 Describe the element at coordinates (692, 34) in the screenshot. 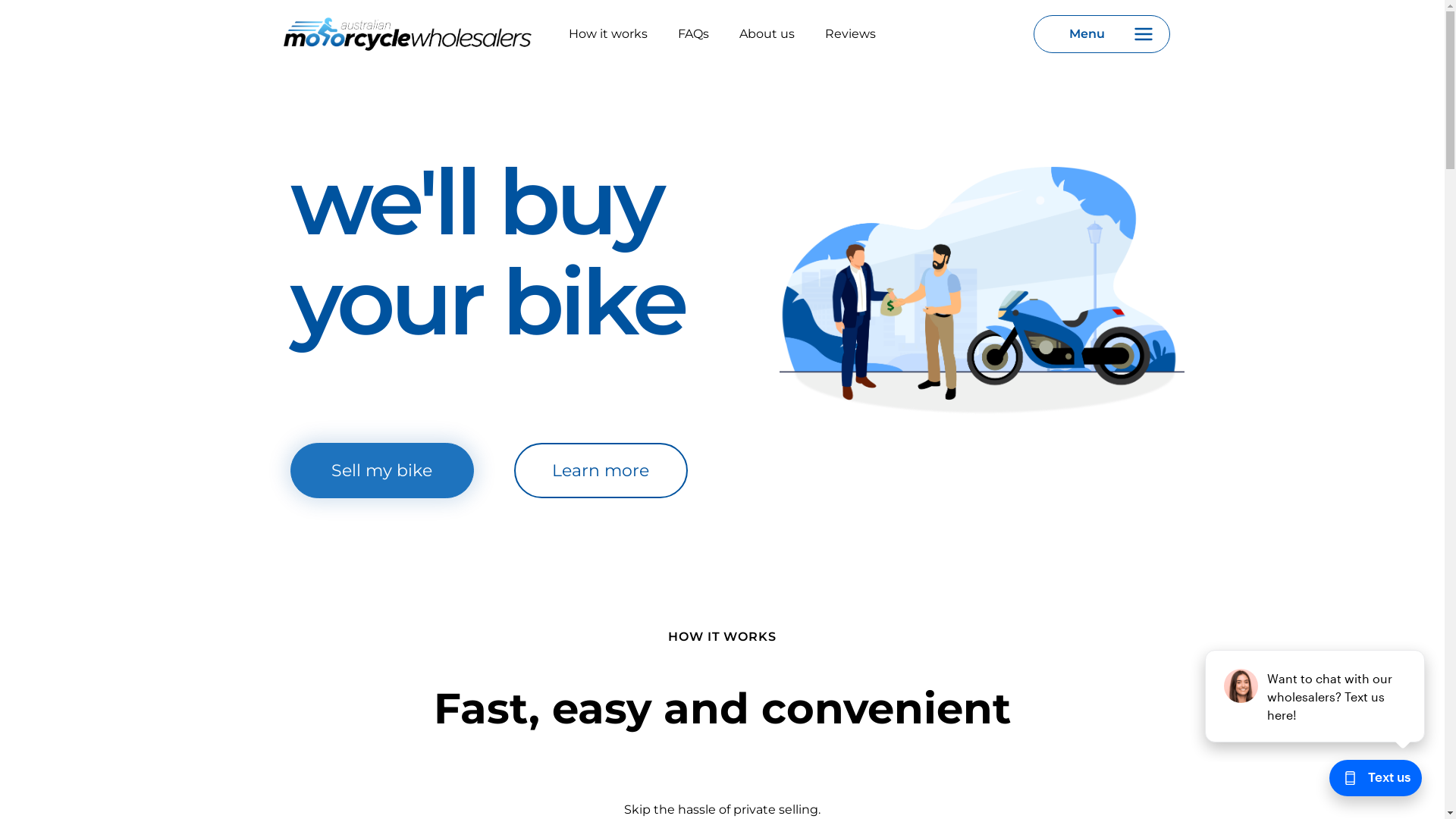

I see `'FAQs'` at that location.